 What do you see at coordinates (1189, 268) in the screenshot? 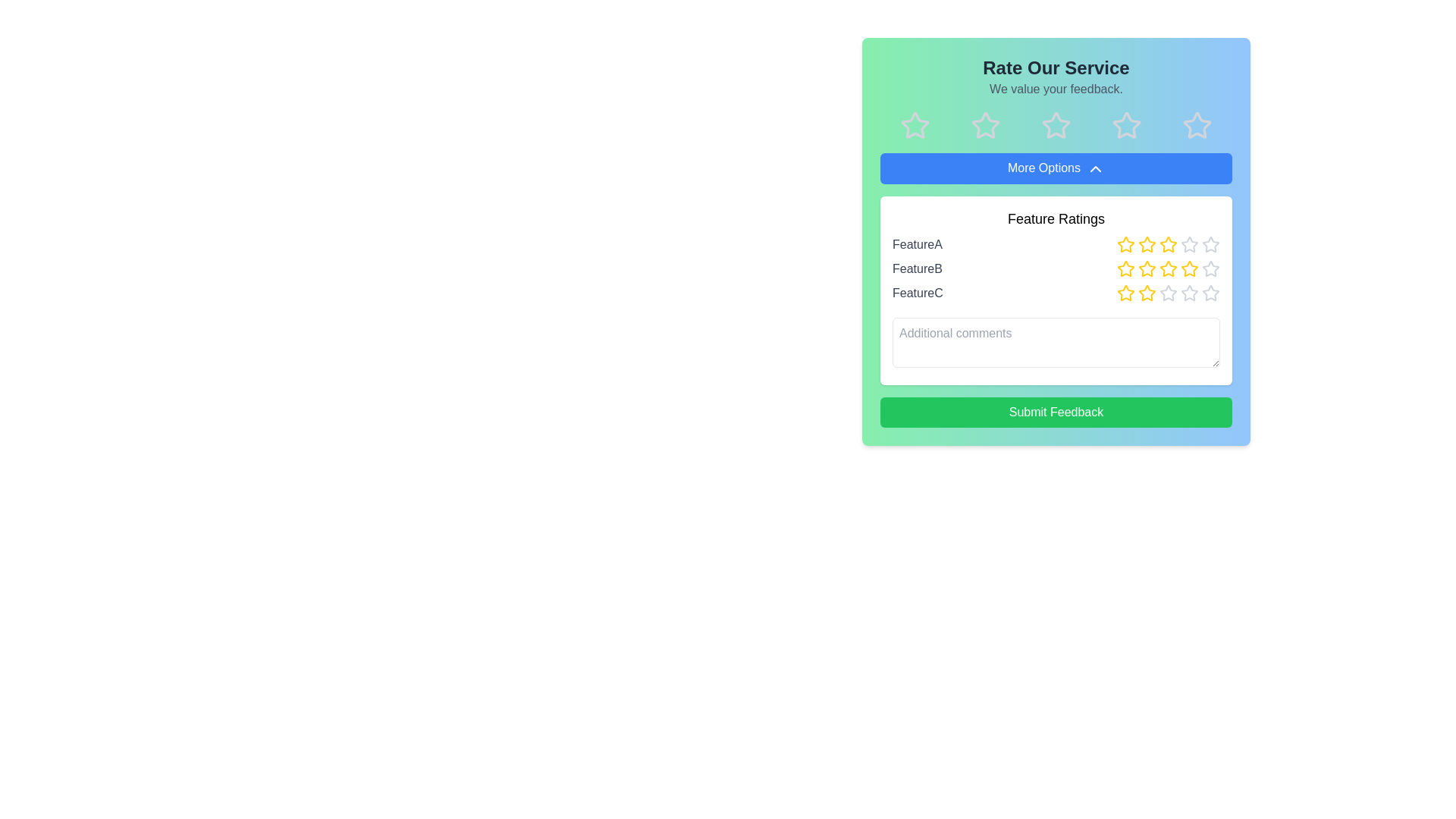
I see `the fourth Rating Star icon for 'FeatureB' in the 'Feature Ratings' section` at bounding box center [1189, 268].